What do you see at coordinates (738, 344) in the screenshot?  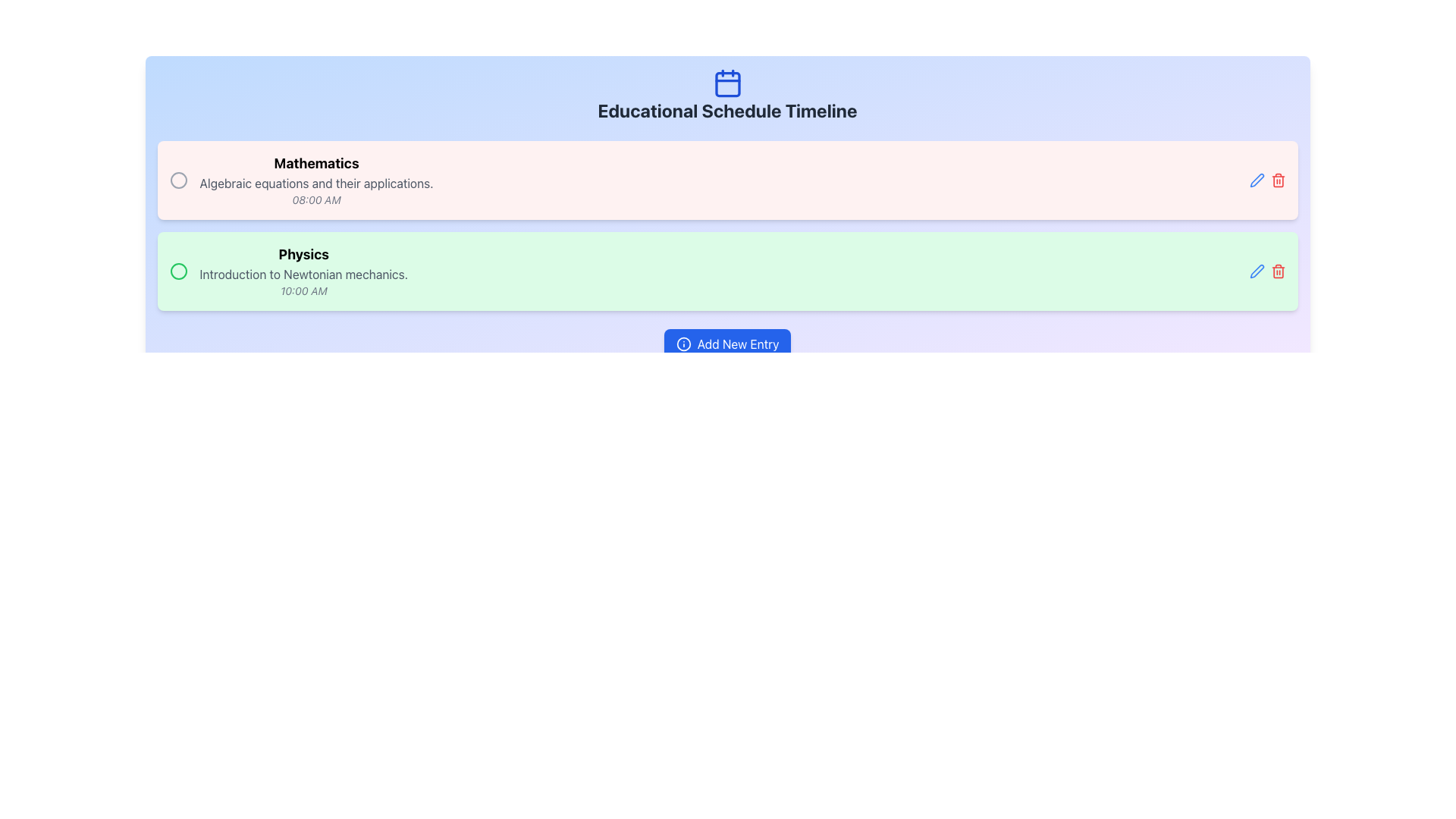 I see `the 'Add New Entry' text on the rounded blue button` at bounding box center [738, 344].